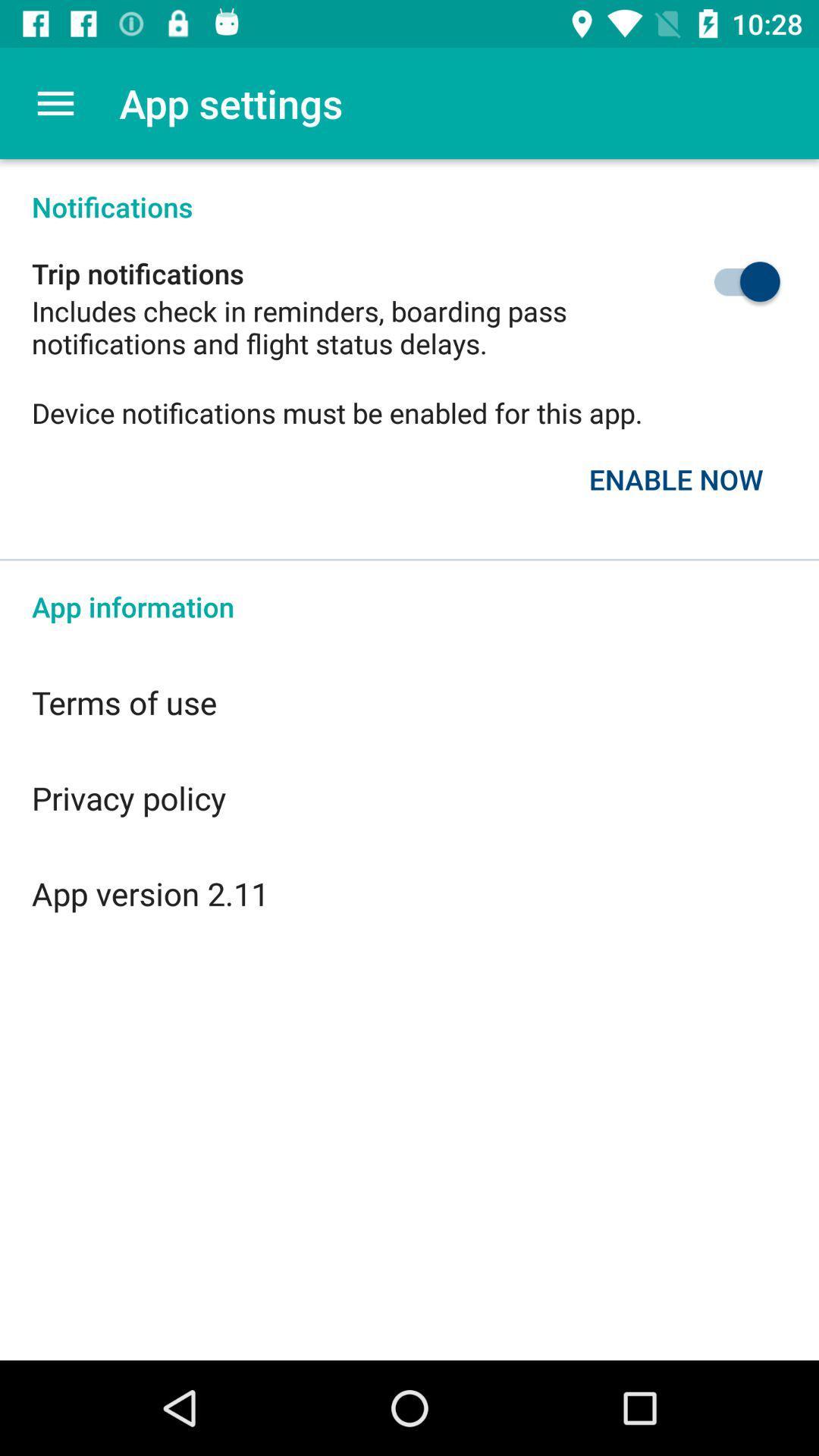 This screenshot has width=819, height=1456. Describe the element at coordinates (711, 281) in the screenshot. I see `icon to the right of the includes check in icon` at that location.